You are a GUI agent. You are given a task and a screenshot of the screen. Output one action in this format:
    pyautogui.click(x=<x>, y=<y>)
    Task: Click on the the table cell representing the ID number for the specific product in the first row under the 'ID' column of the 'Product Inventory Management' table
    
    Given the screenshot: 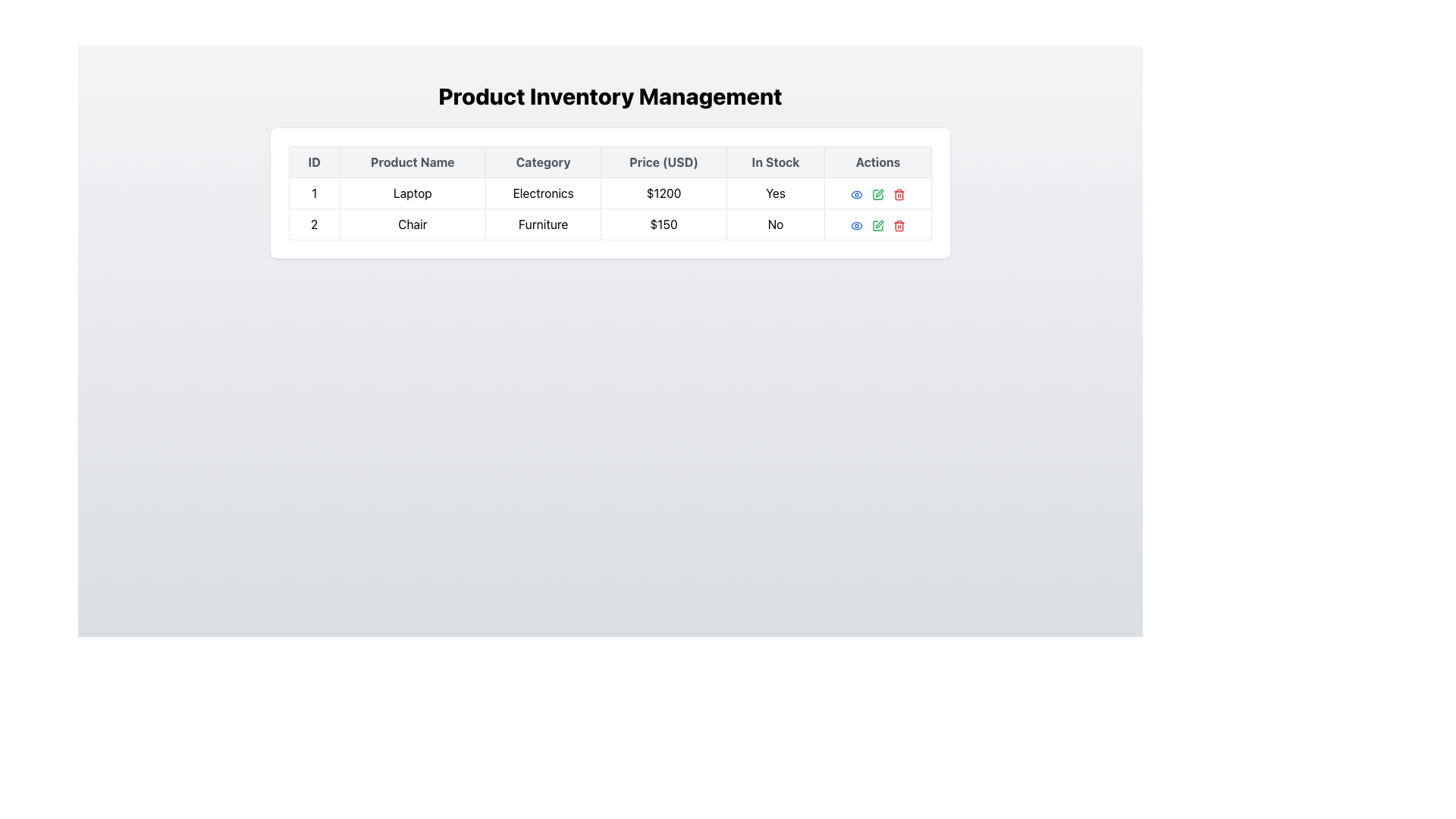 What is the action you would take?
    pyautogui.click(x=313, y=192)
    